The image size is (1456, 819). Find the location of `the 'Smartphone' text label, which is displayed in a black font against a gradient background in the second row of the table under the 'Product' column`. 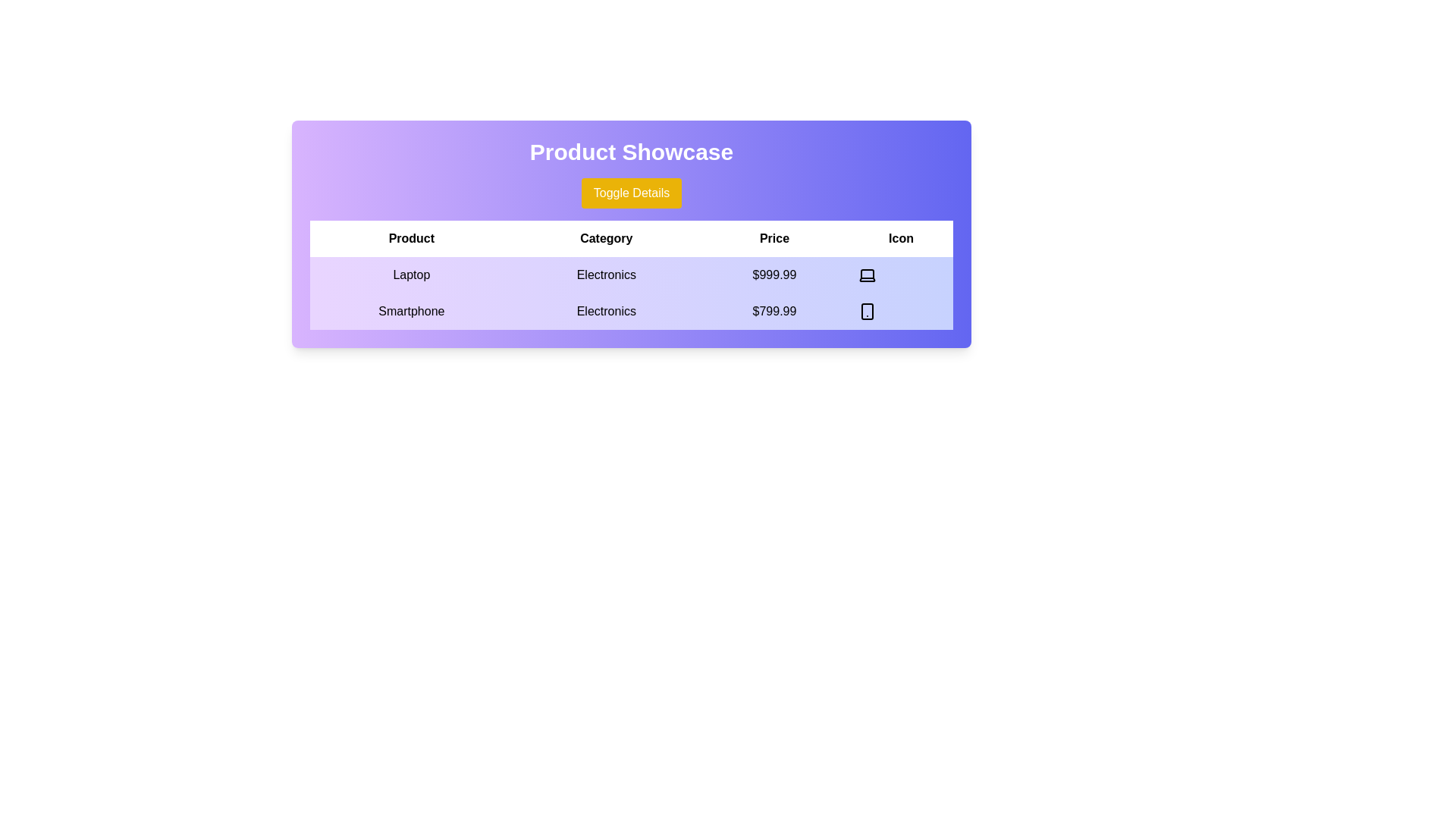

the 'Smartphone' text label, which is displayed in a black font against a gradient background in the second row of the table under the 'Product' column is located at coordinates (411, 311).